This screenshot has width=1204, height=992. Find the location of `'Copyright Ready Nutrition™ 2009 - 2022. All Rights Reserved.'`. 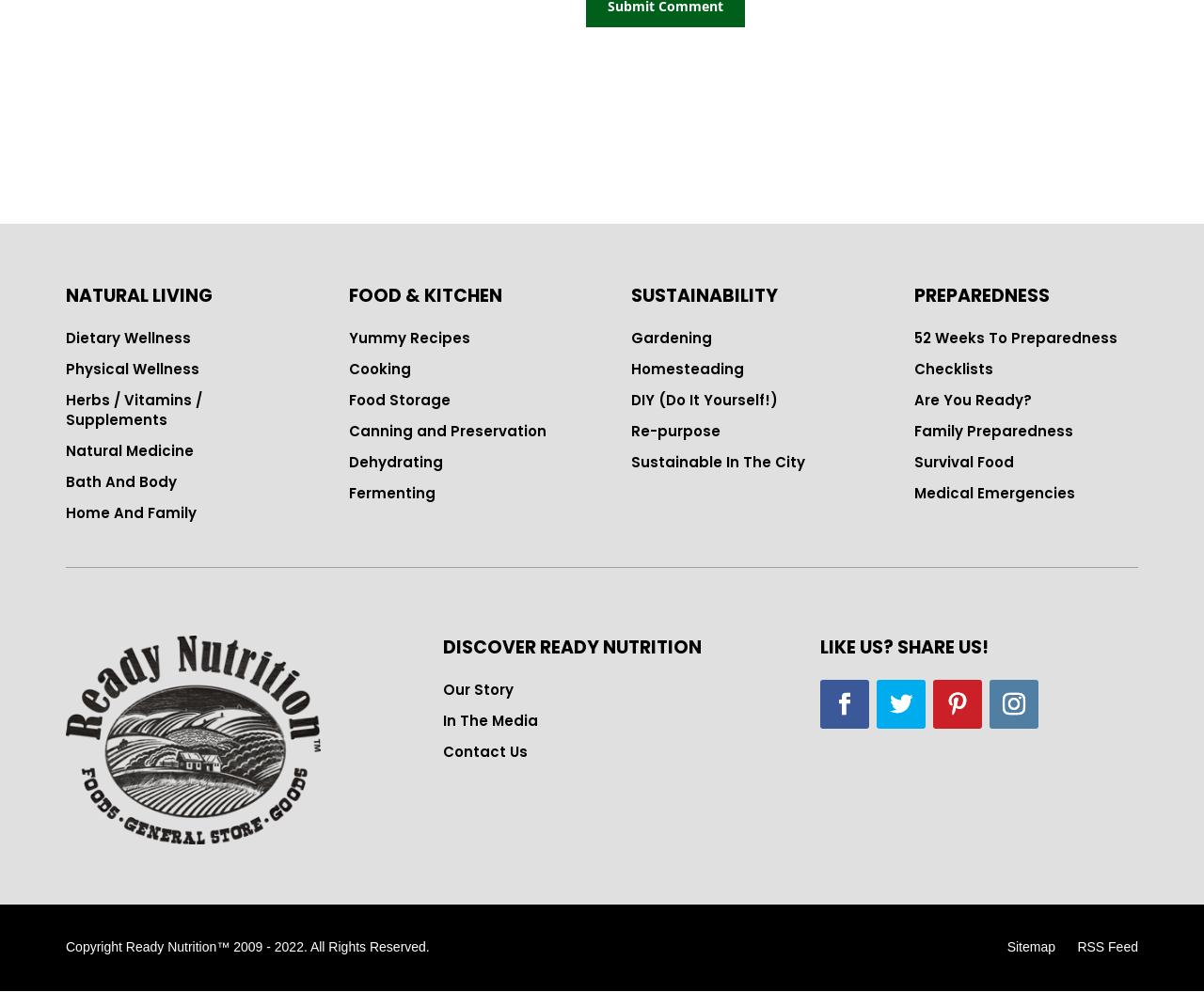

'Copyright Ready Nutrition™ 2009 - 2022. All Rights Reserved.' is located at coordinates (246, 945).